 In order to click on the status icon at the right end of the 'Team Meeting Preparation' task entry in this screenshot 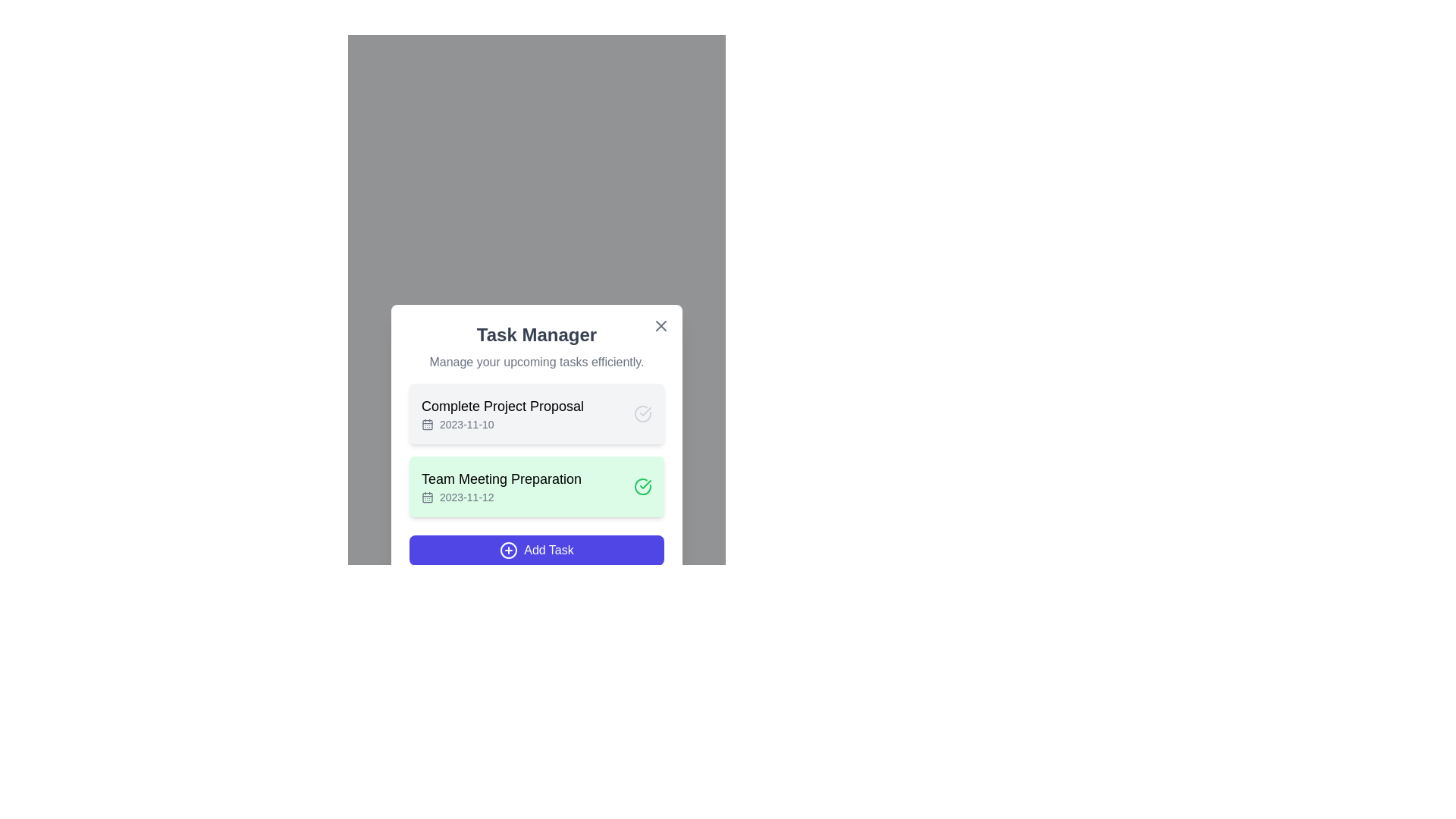, I will do `click(643, 486)`.